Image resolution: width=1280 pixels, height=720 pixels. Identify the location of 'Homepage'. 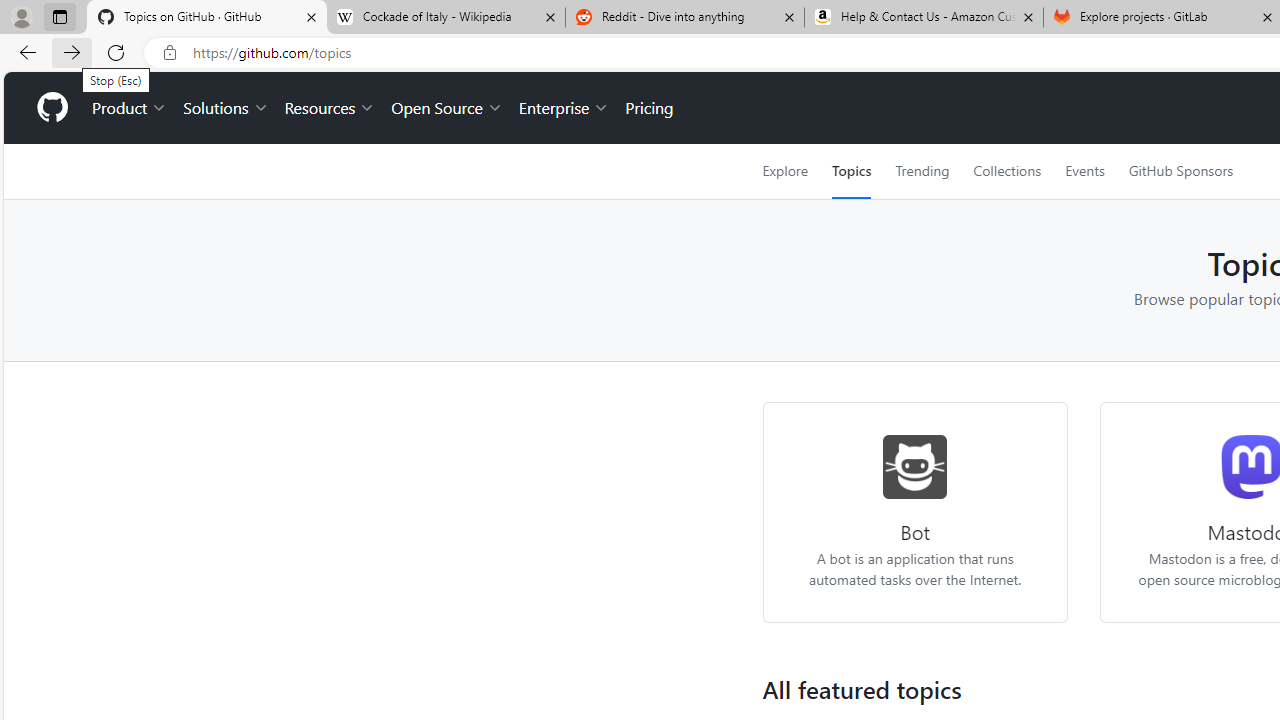
(51, 108).